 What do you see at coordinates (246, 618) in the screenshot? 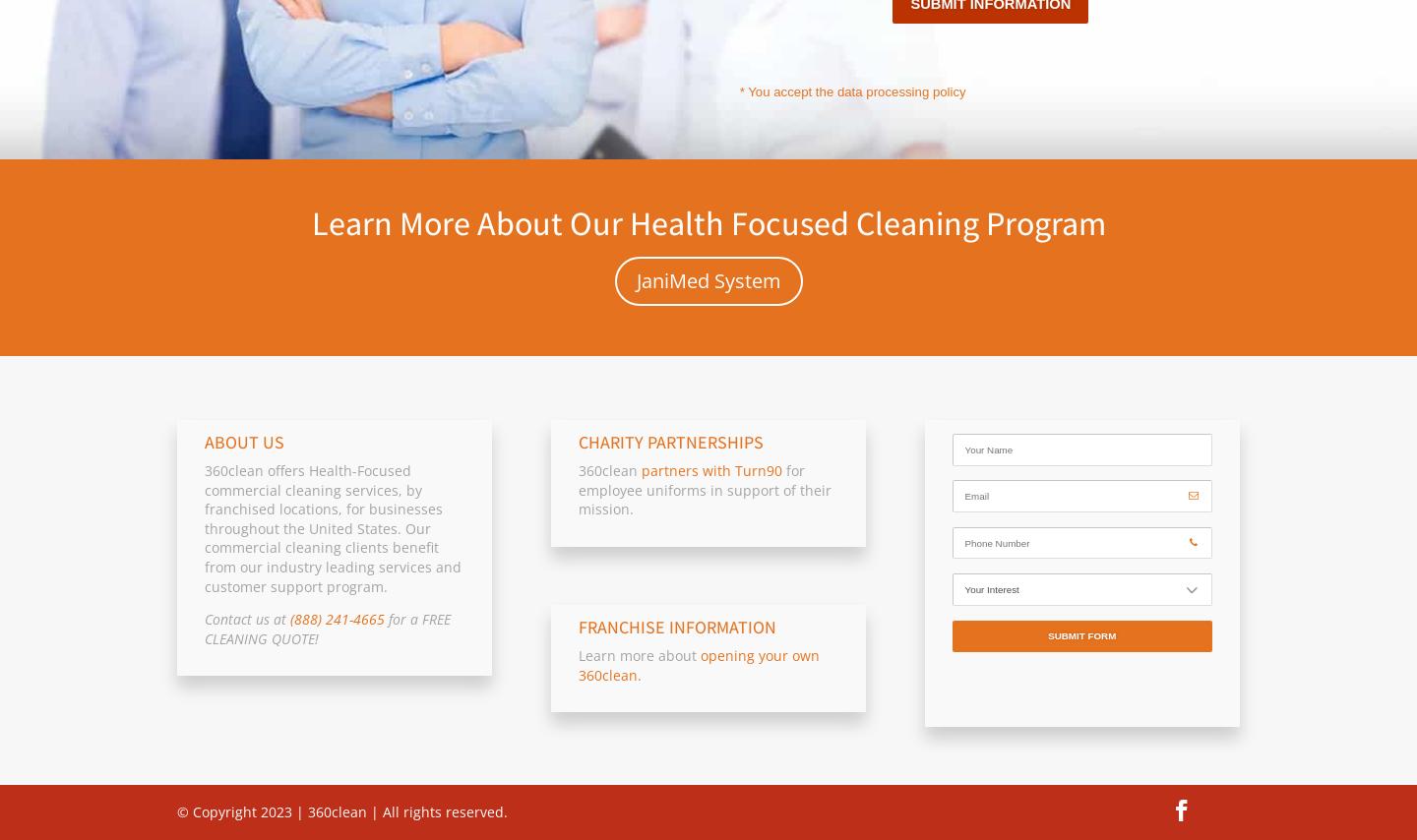
I see `'Contact us at'` at bounding box center [246, 618].